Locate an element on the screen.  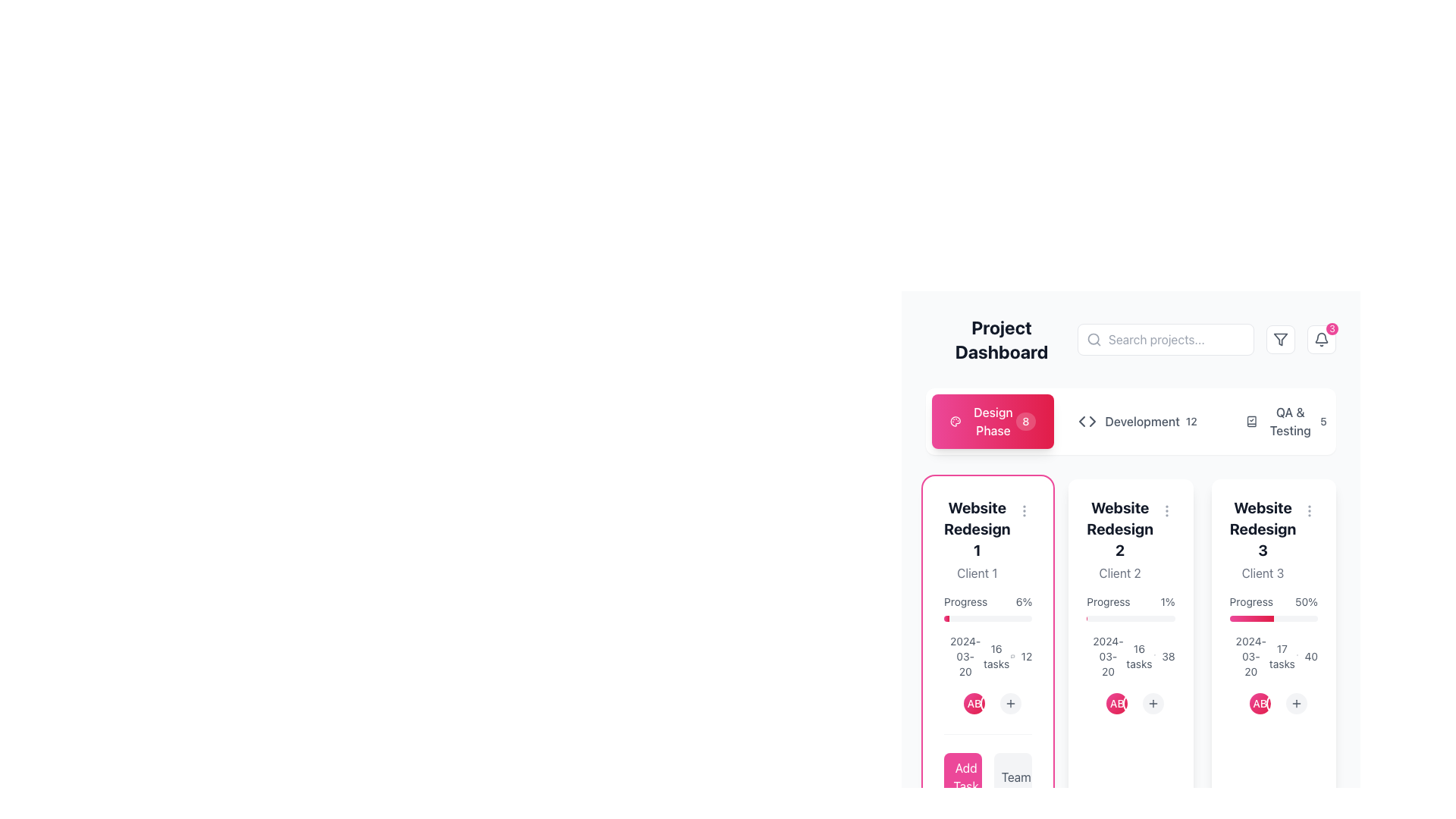
the second circular icon under the 'Website Redesign 2' section is located at coordinates (1117, 704).